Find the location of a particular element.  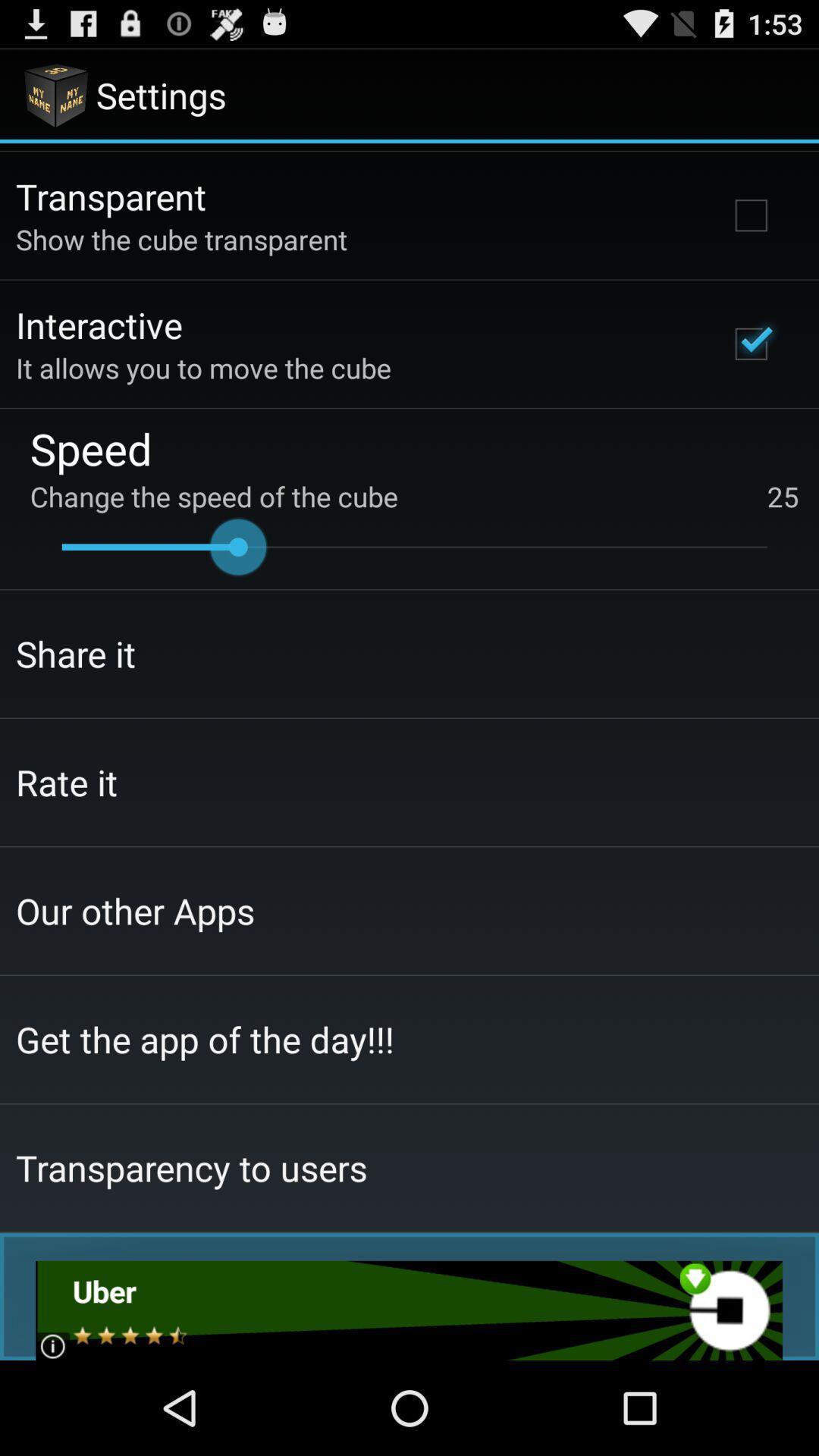

display advertisement campaigns is located at coordinates (408, 1310).